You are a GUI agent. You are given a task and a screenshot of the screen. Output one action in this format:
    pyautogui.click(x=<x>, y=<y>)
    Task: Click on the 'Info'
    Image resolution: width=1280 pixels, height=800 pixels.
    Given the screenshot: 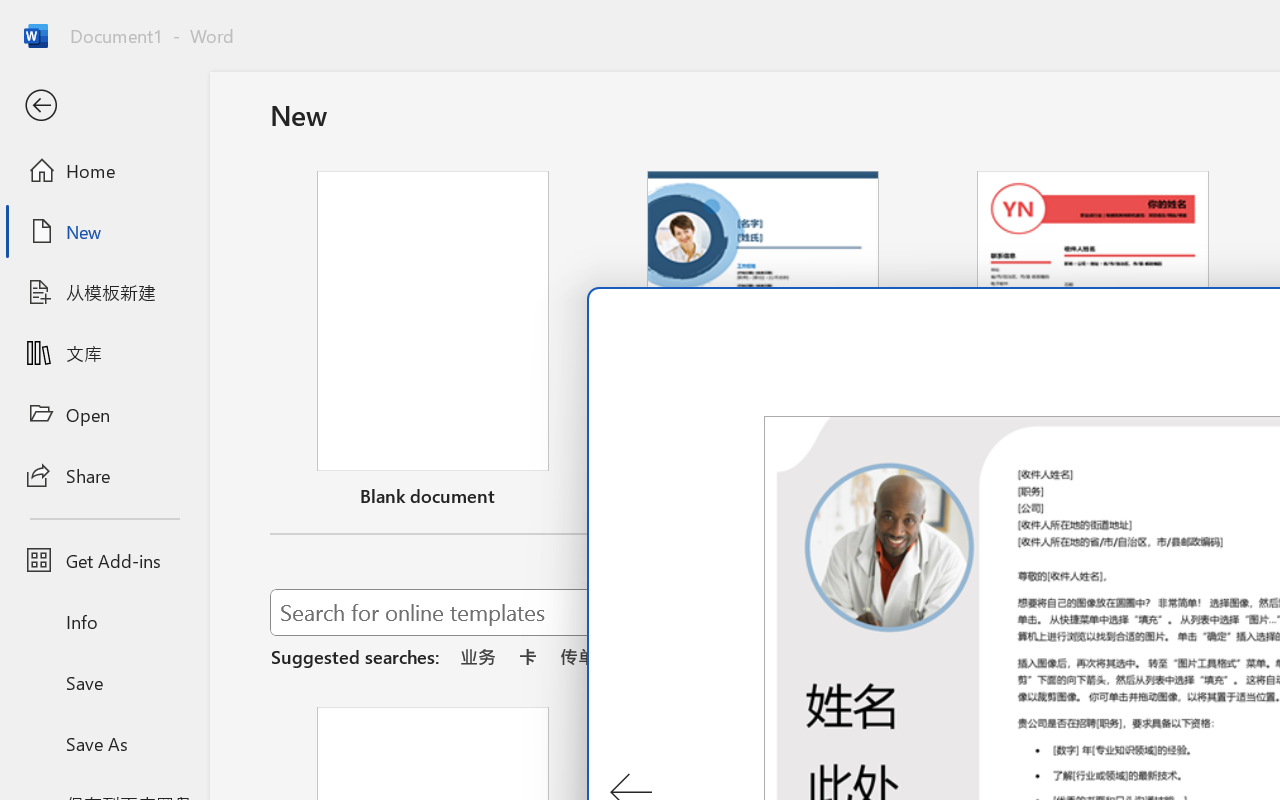 What is the action you would take?
    pyautogui.click(x=103, y=621)
    